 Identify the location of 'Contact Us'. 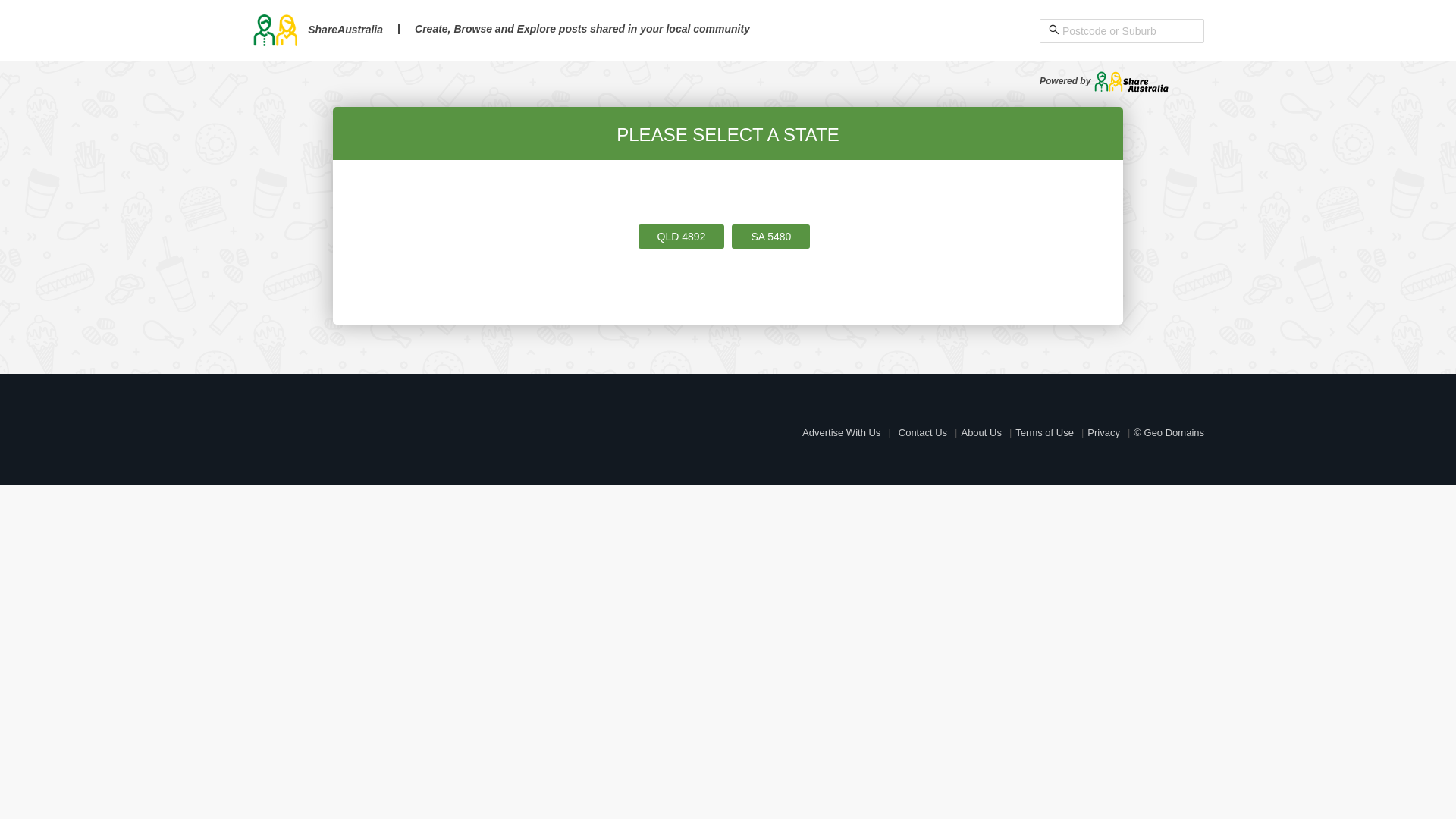
(922, 432).